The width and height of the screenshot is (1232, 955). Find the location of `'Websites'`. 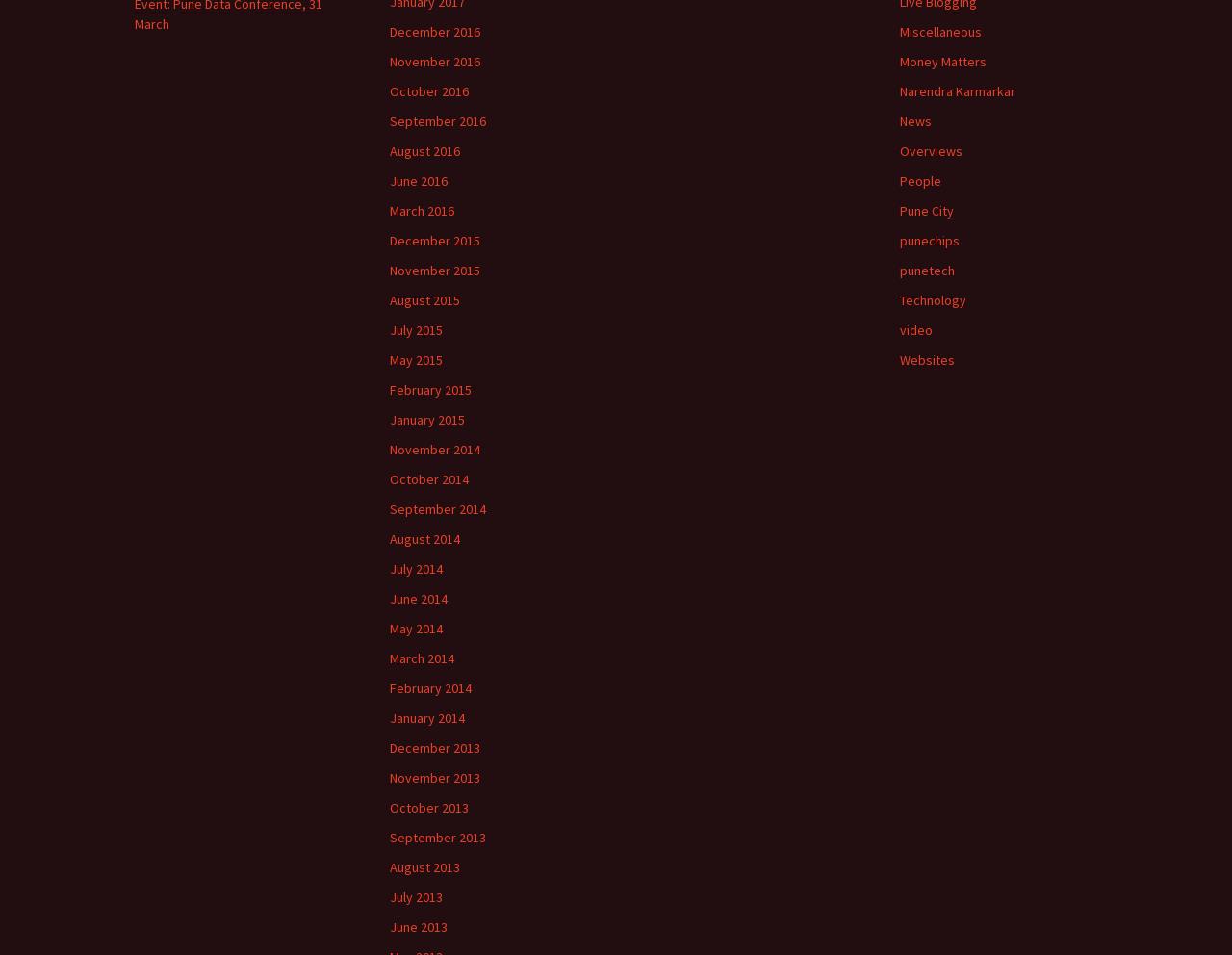

'Websites' is located at coordinates (899, 359).